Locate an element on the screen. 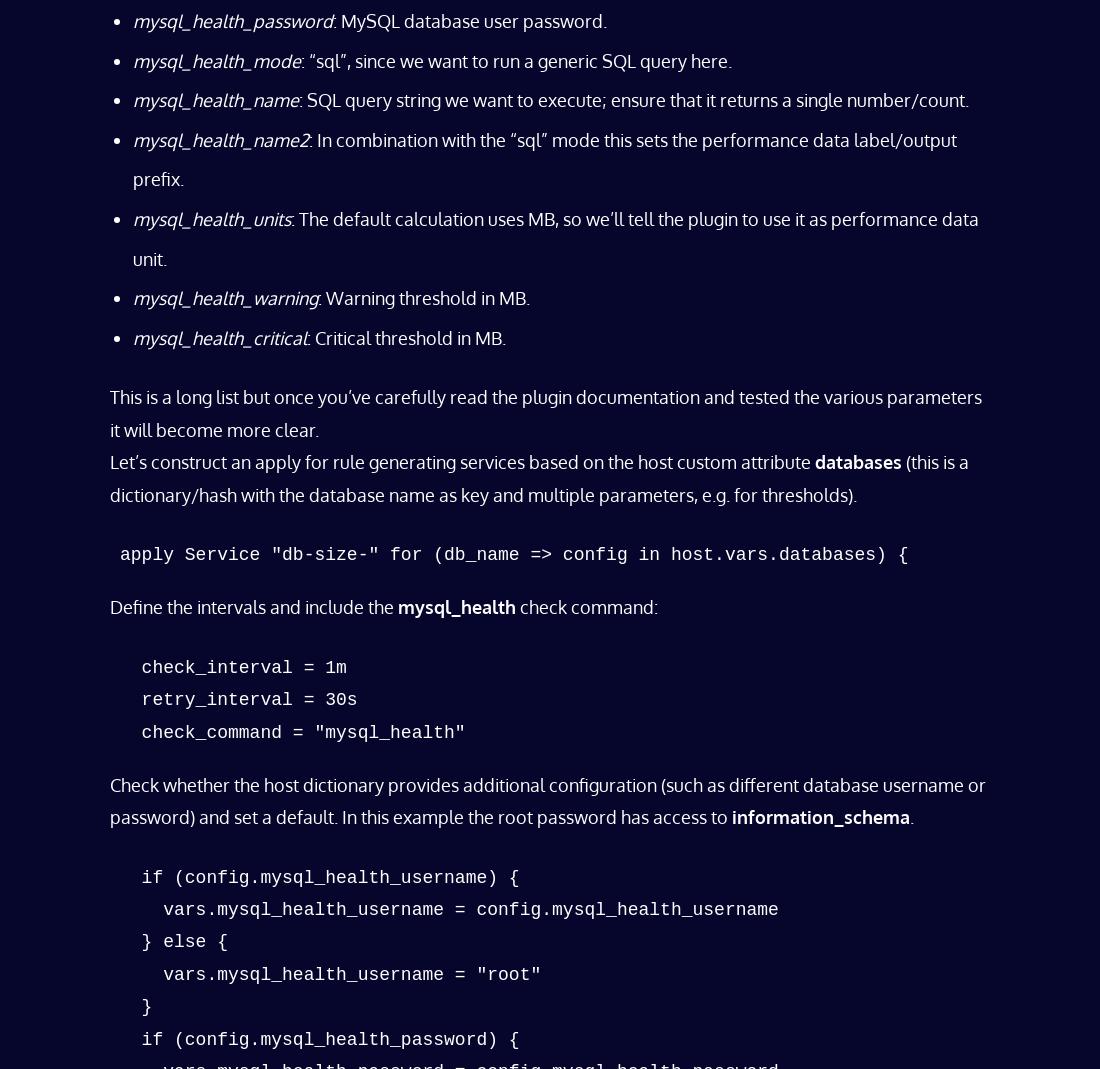 Image resolution: width=1100 pixels, height=1069 pixels. 'Define the intervals and include the' is located at coordinates (253, 606).